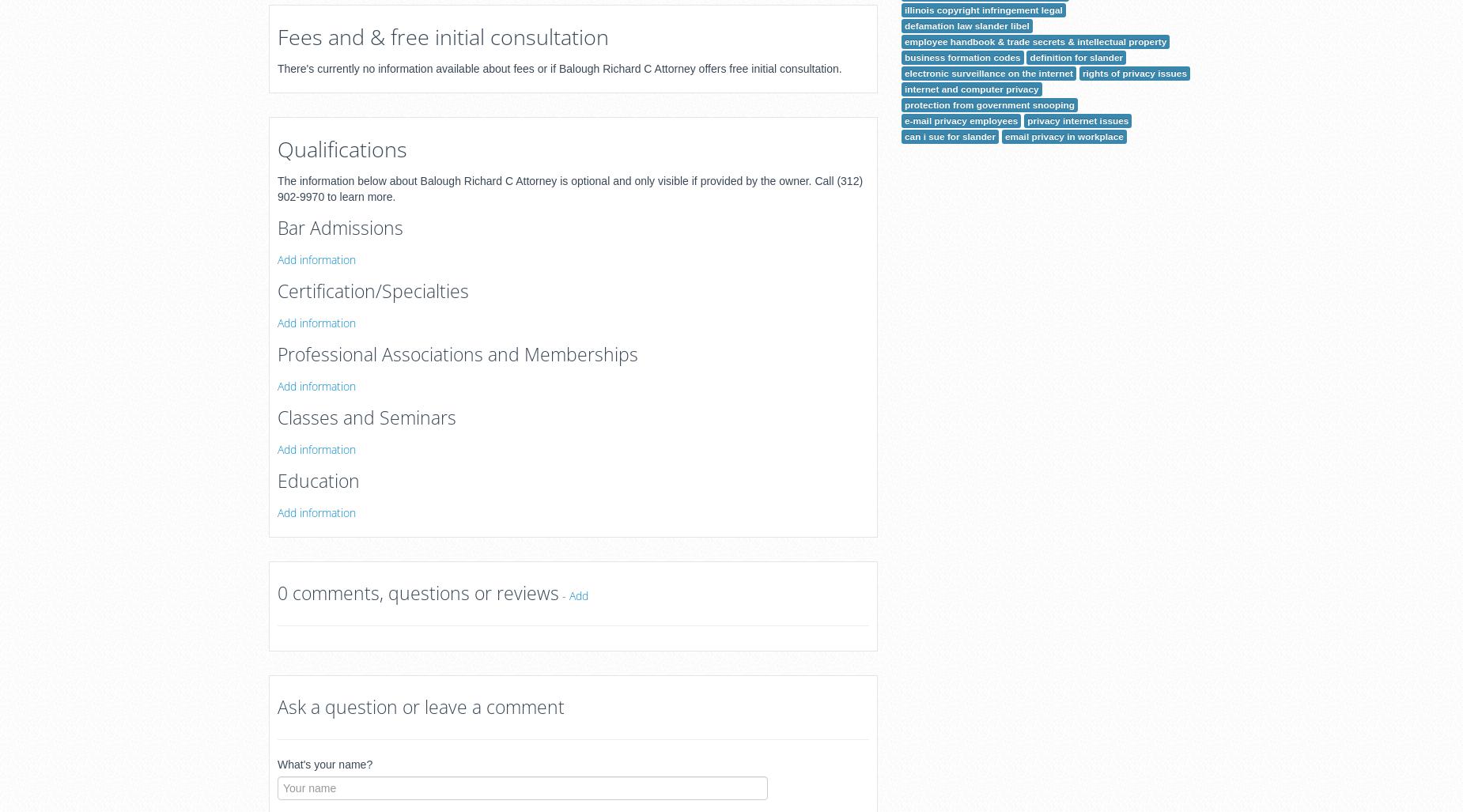 This screenshot has width=1463, height=812. I want to click on 'illinois copyright infringement legal', so click(982, 10).